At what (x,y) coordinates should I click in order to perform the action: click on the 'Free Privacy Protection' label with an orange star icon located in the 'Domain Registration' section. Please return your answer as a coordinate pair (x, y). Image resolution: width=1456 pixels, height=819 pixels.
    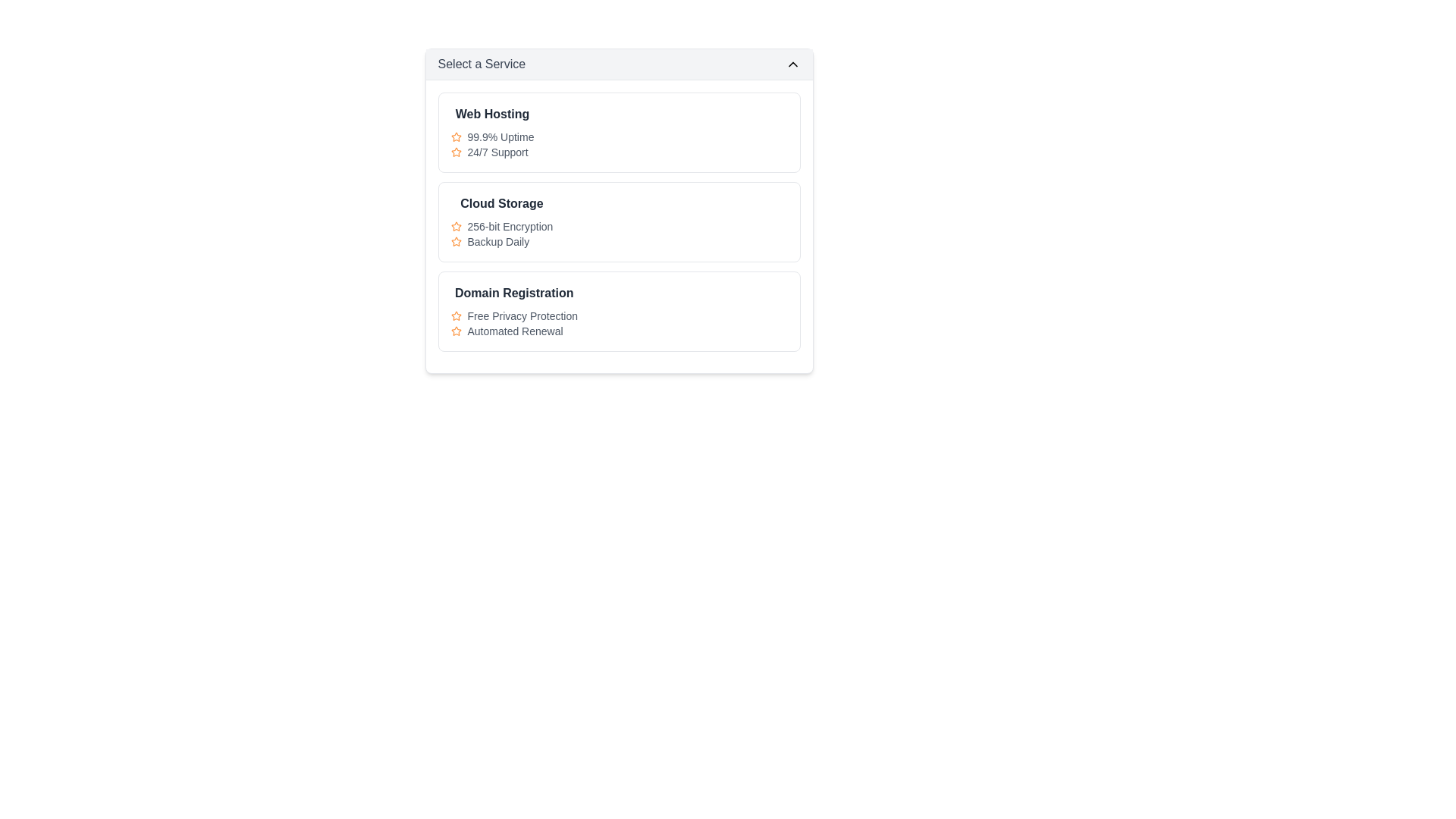
    Looking at the image, I should click on (514, 315).